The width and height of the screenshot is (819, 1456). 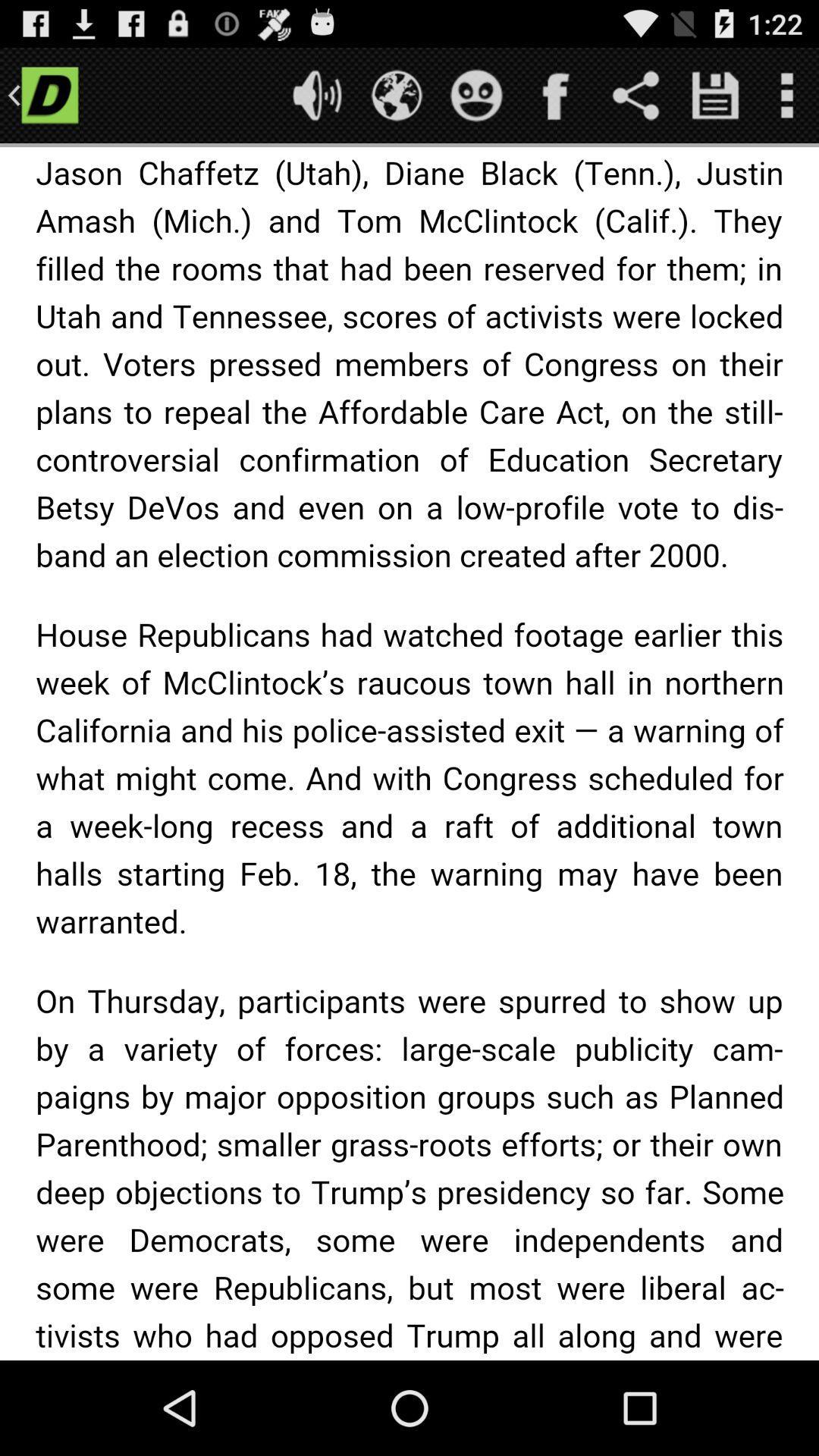 What do you see at coordinates (715, 94) in the screenshot?
I see `option` at bounding box center [715, 94].